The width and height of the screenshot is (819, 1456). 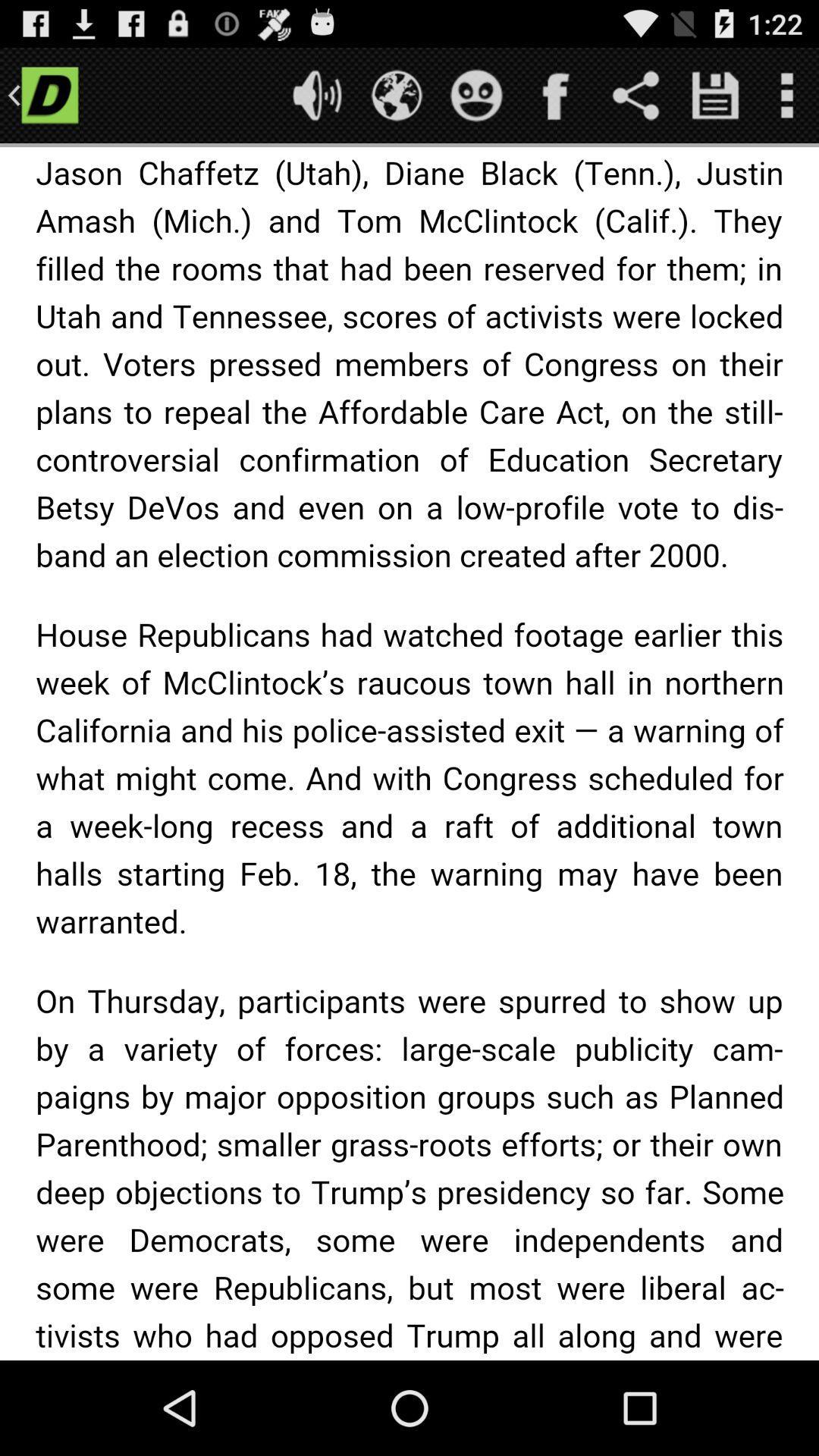 What do you see at coordinates (715, 94) in the screenshot?
I see `option` at bounding box center [715, 94].